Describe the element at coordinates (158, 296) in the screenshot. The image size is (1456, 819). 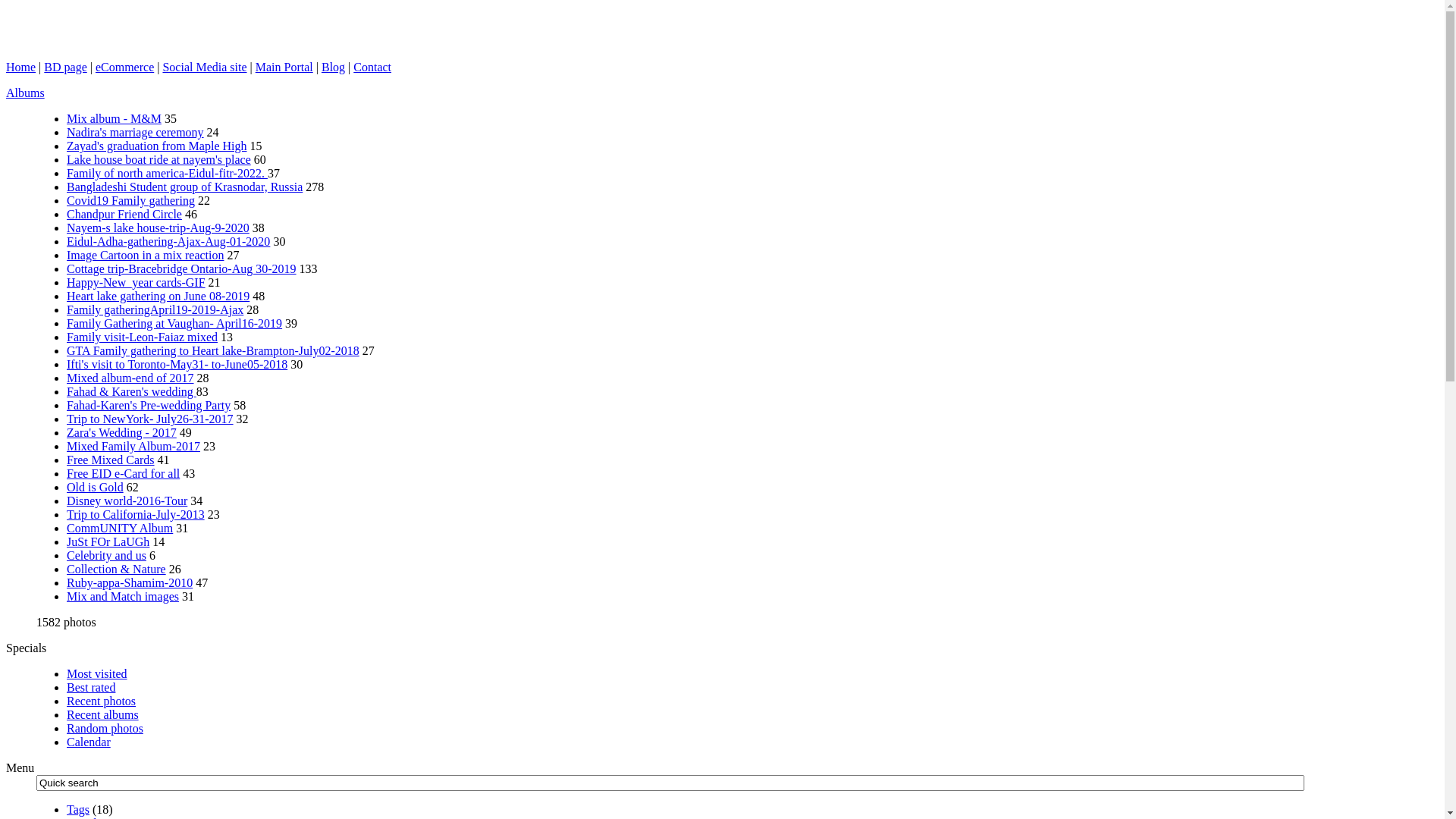
I see `'Heart lake gathering on June 08-2019'` at that location.